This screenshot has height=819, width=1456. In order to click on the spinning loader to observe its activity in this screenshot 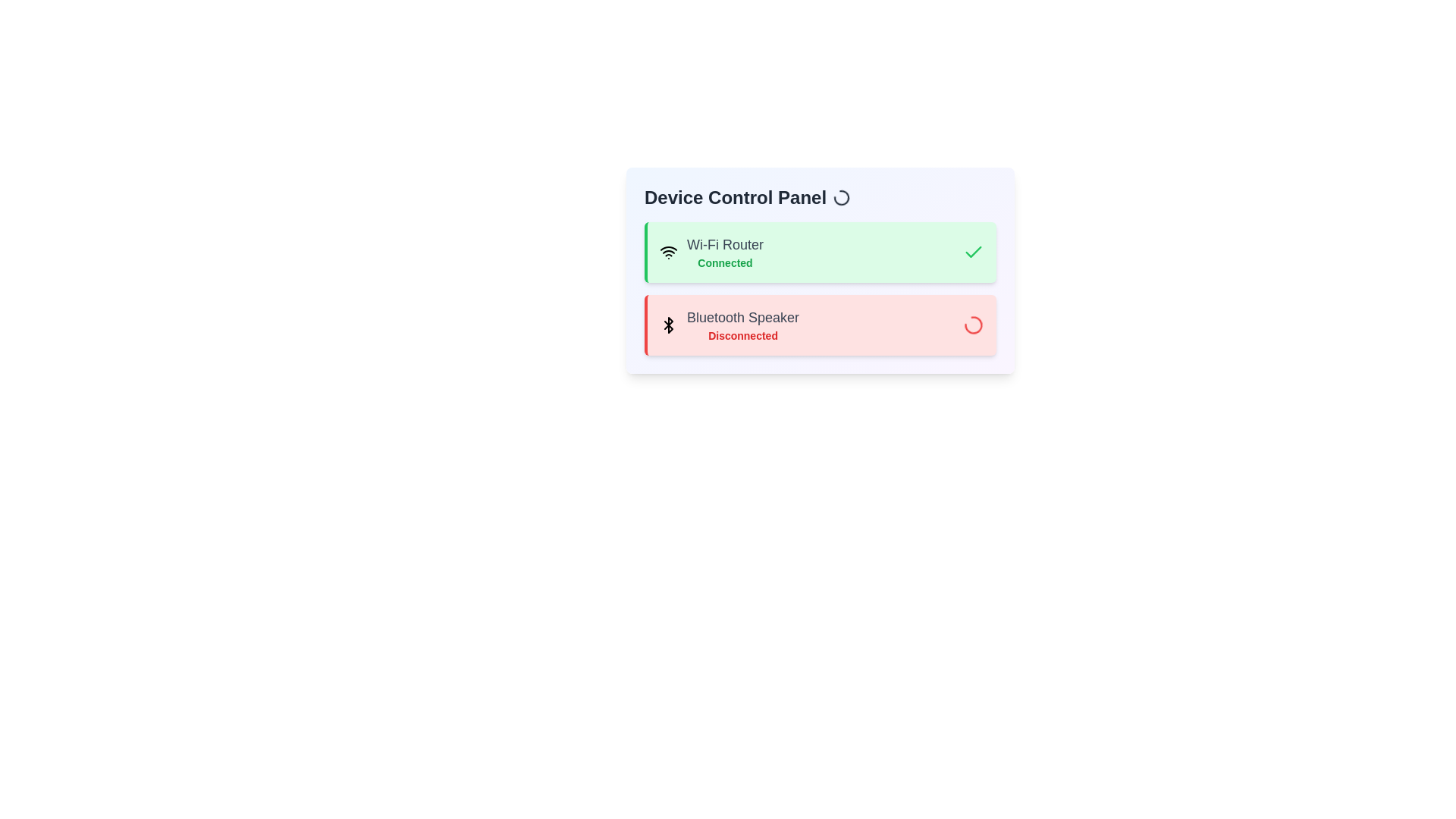, I will do `click(840, 197)`.